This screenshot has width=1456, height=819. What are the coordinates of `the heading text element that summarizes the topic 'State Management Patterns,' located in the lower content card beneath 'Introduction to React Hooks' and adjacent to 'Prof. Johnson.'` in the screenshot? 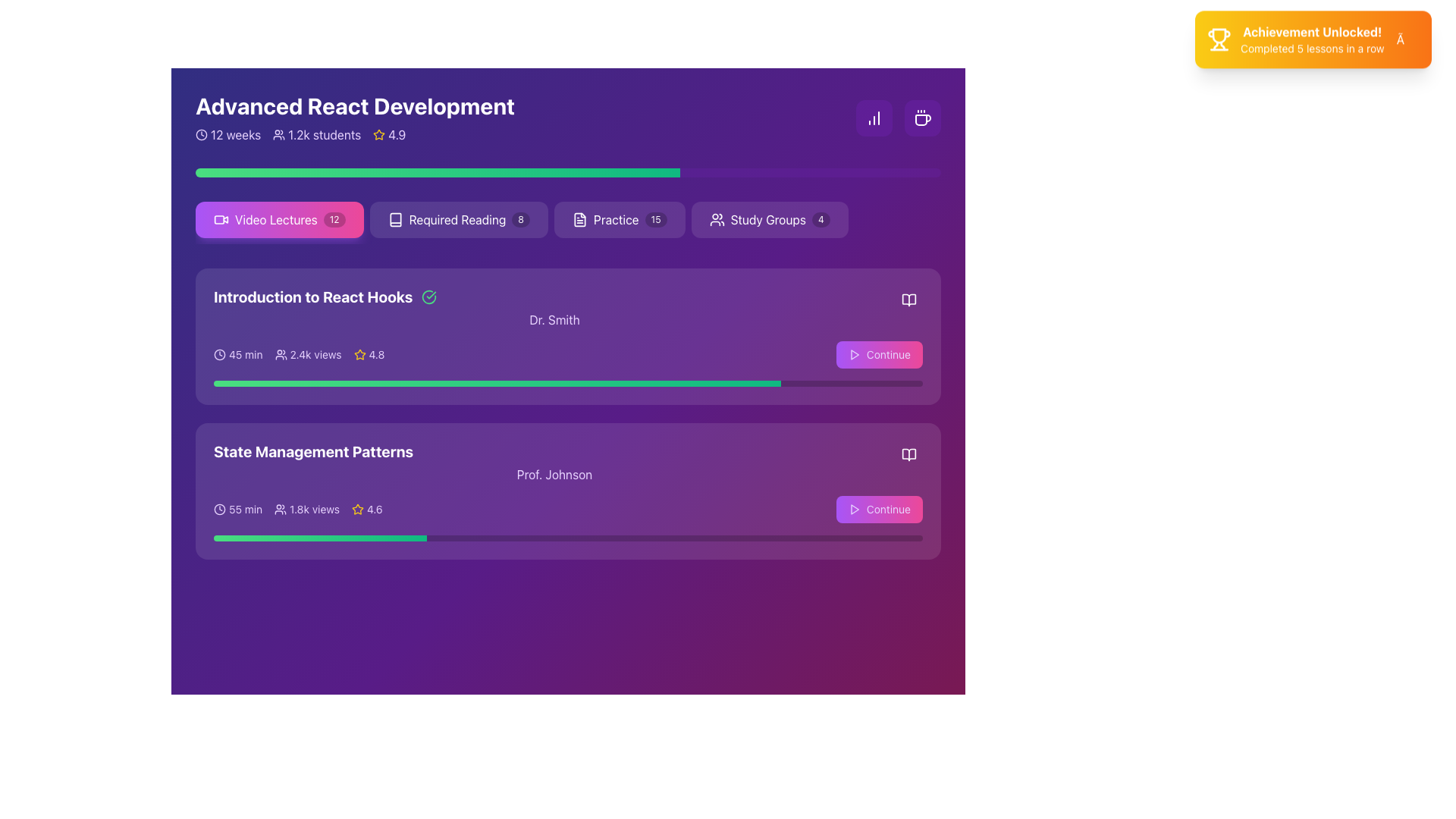 It's located at (312, 451).